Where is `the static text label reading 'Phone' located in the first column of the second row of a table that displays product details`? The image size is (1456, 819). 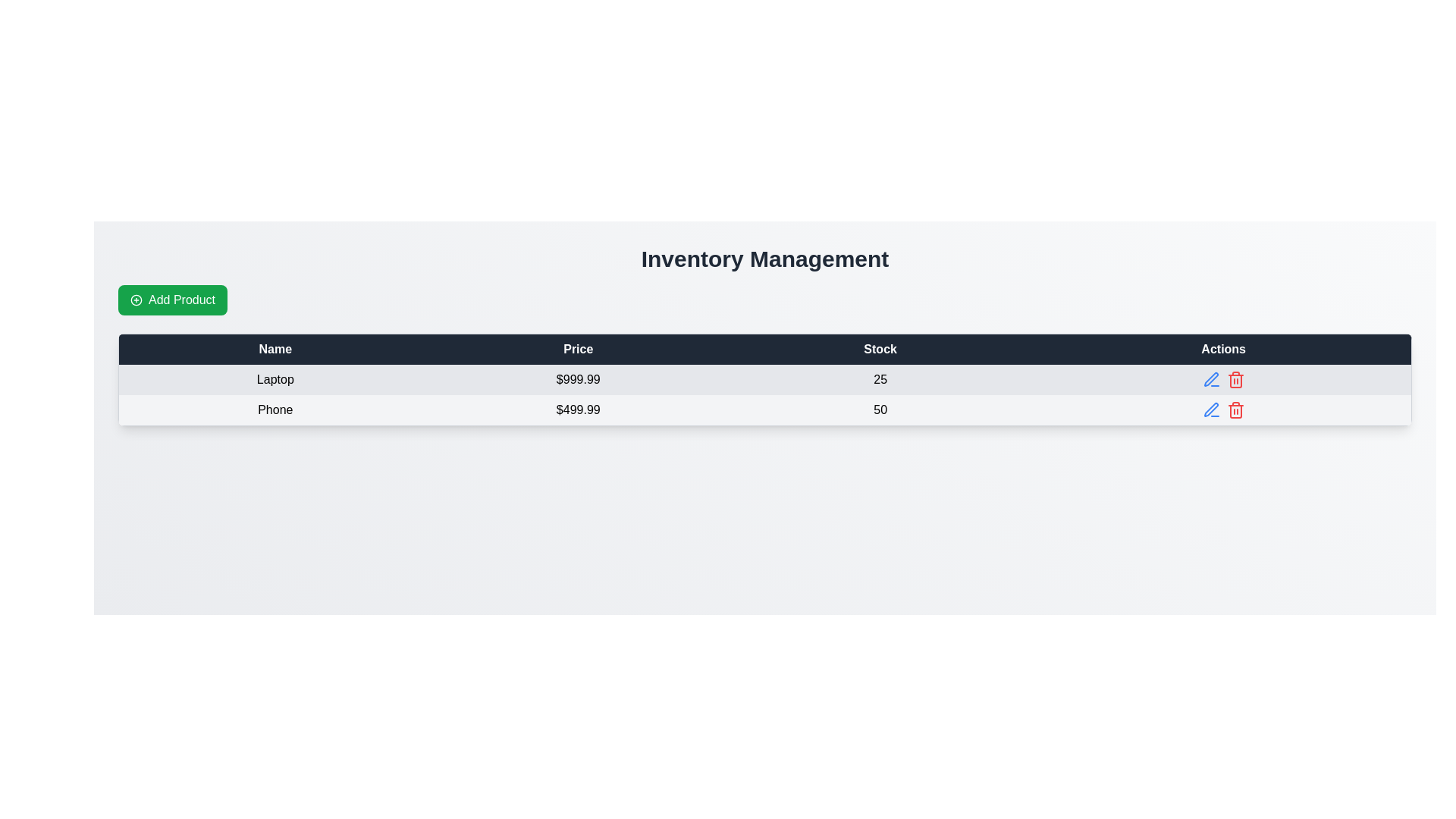 the static text label reading 'Phone' located in the first column of the second row of a table that displays product details is located at coordinates (275, 410).